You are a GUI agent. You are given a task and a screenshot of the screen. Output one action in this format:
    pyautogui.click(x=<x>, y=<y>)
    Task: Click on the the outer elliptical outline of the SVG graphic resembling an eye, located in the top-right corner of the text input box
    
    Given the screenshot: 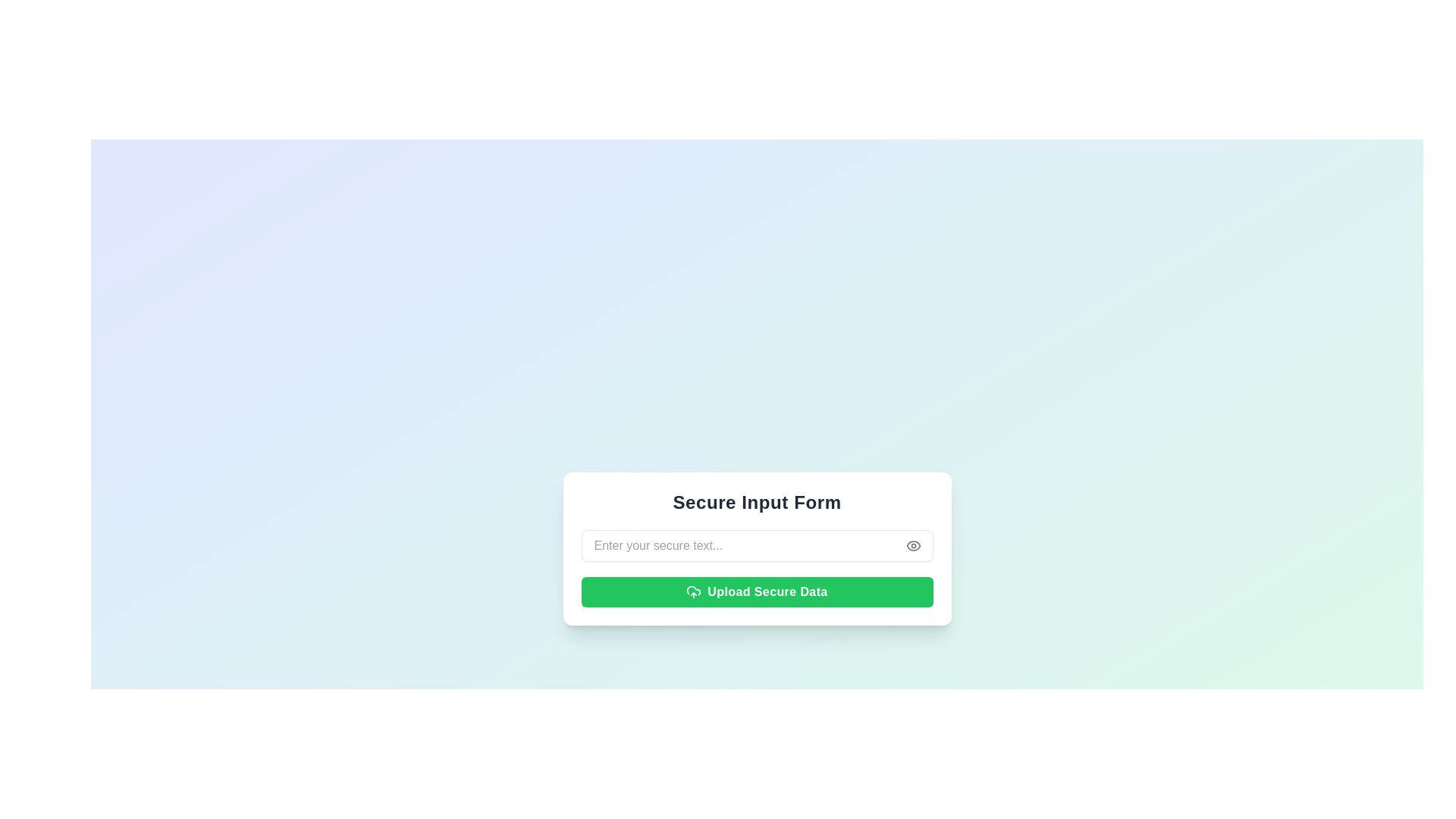 What is the action you would take?
    pyautogui.click(x=912, y=546)
    